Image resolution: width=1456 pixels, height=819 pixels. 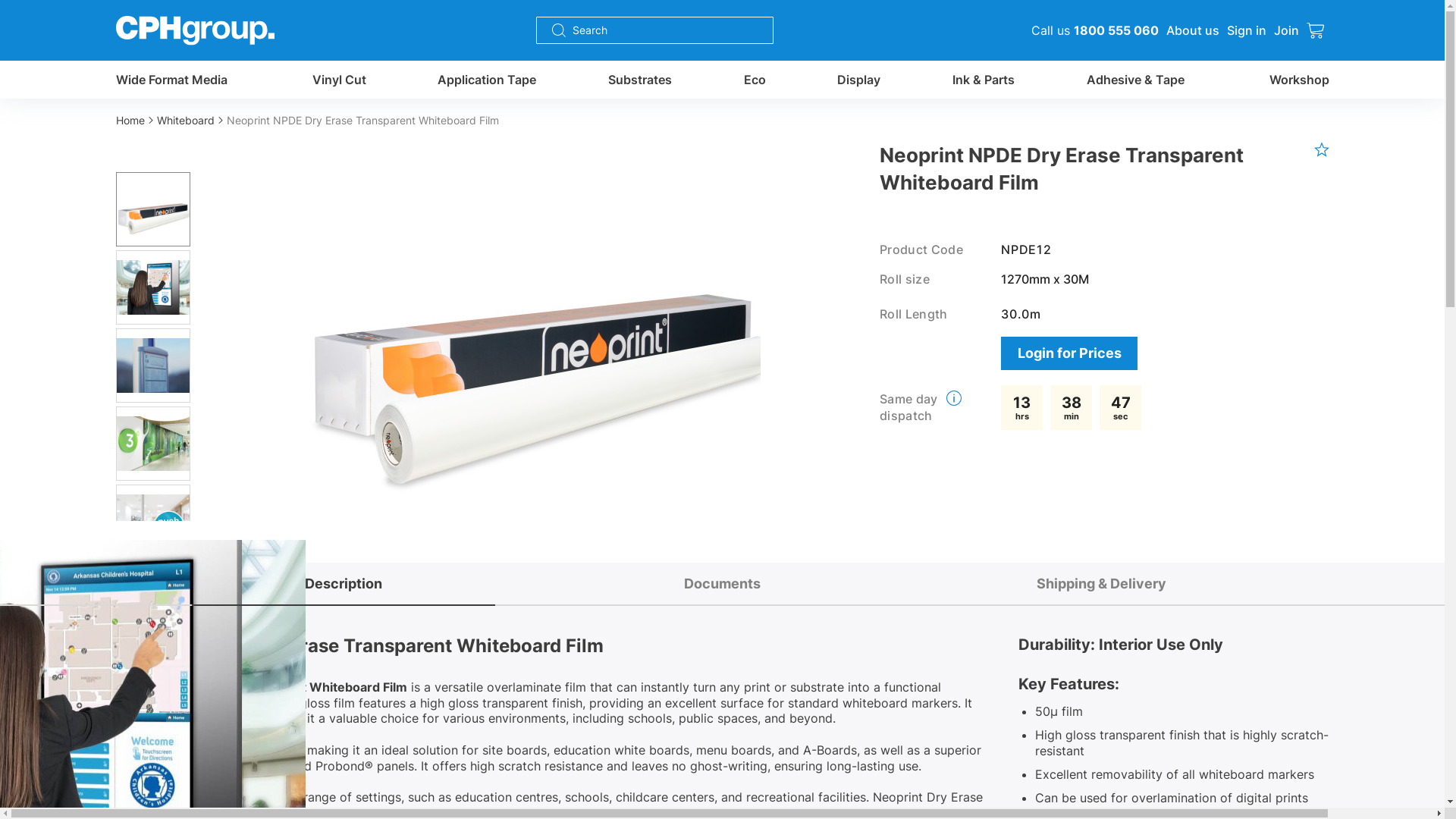 What do you see at coordinates (1068, 353) in the screenshot?
I see `'Login for Prices'` at bounding box center [1068, 353].